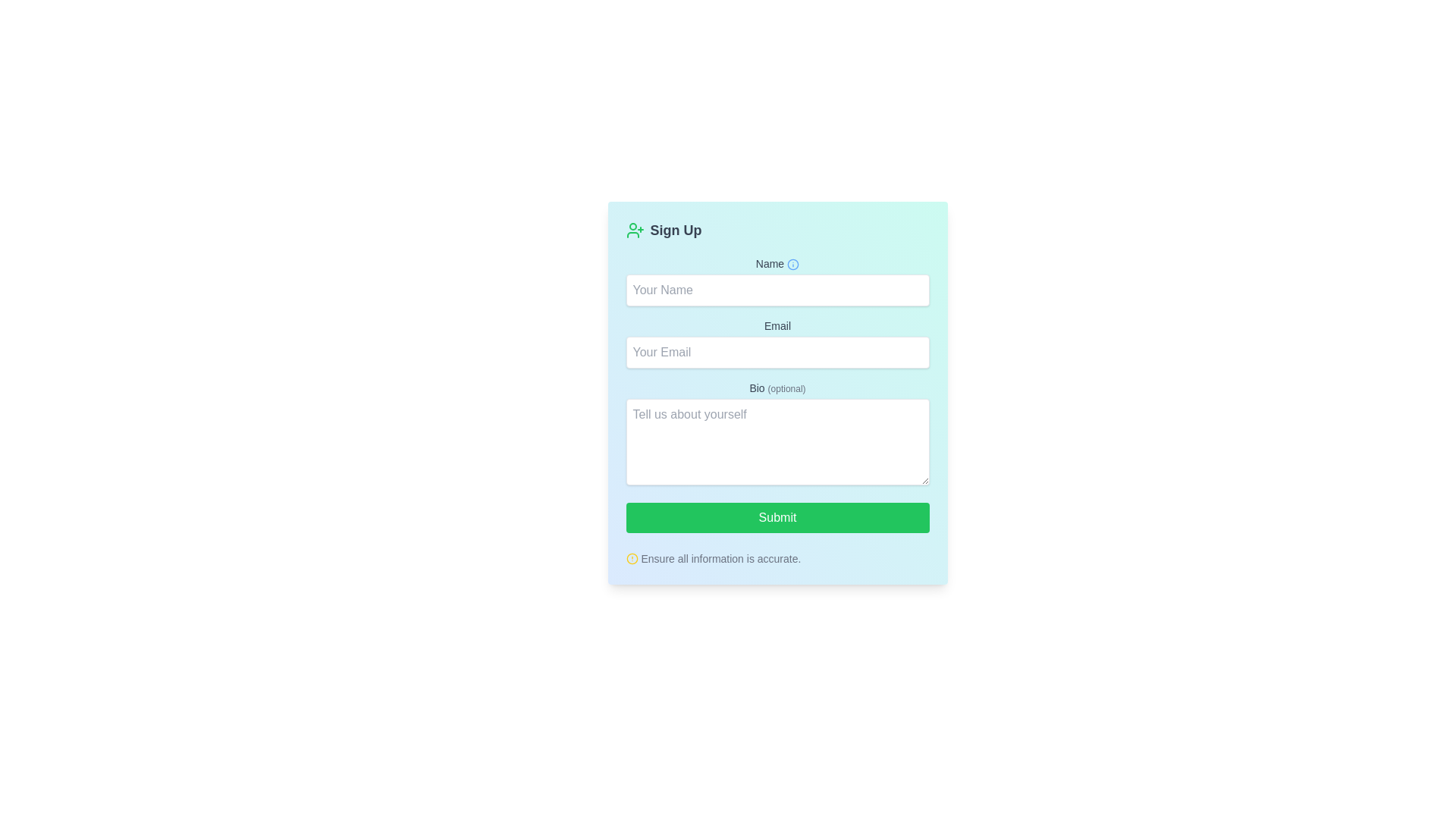 This screenshot has height=819, width=1456. What do you see at coordinates (777, 262) in the screenshot?
I see `the 'Your Name' label which indicates the expected input for the name field, located at the top-left corner of the form section` at bounding box center [777, 262].